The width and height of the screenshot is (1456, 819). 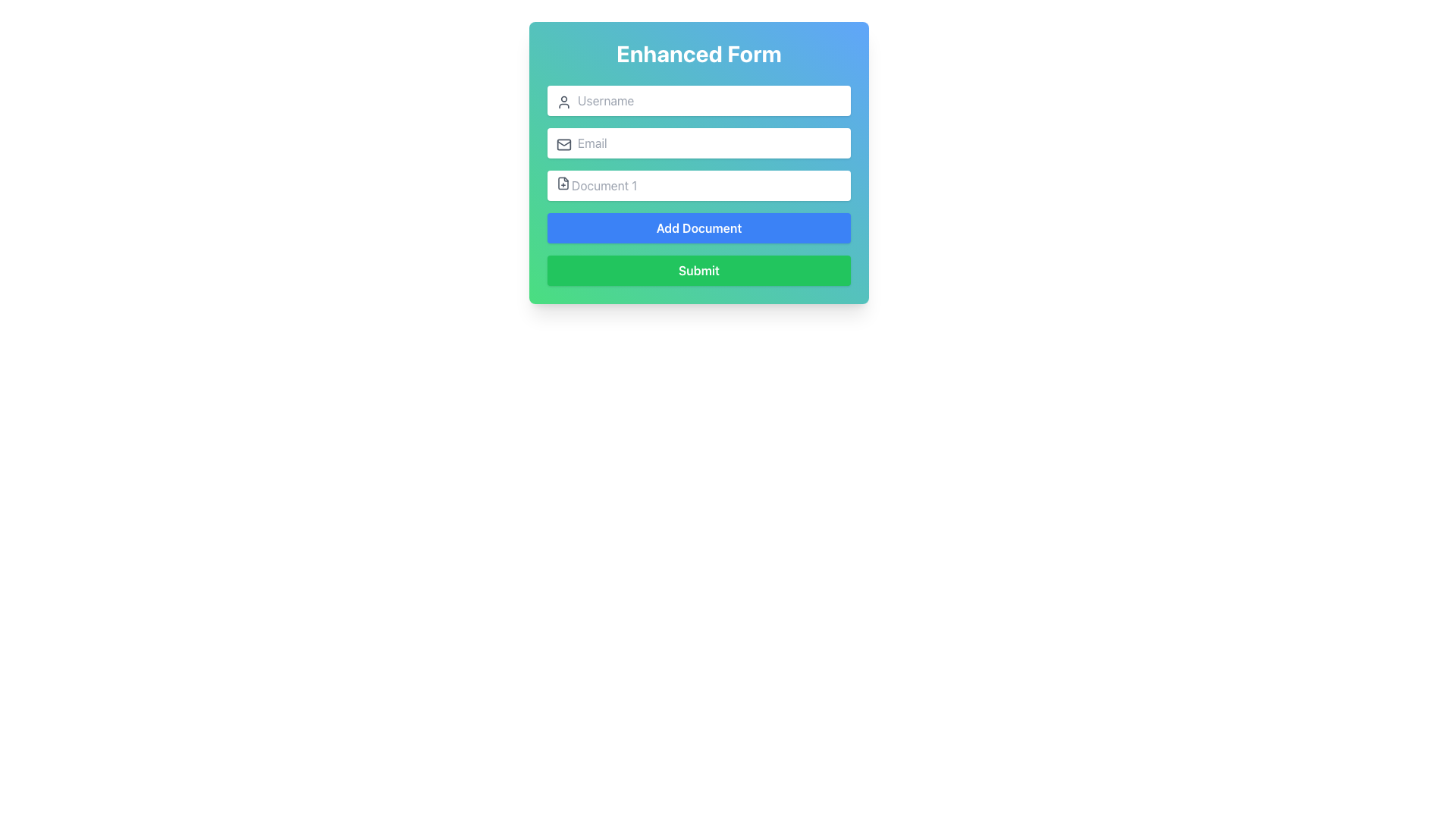 I want to click on the button located below the input field labeled 'Document 1' to initiate the action of adding a document, so click(x=698, y=227).